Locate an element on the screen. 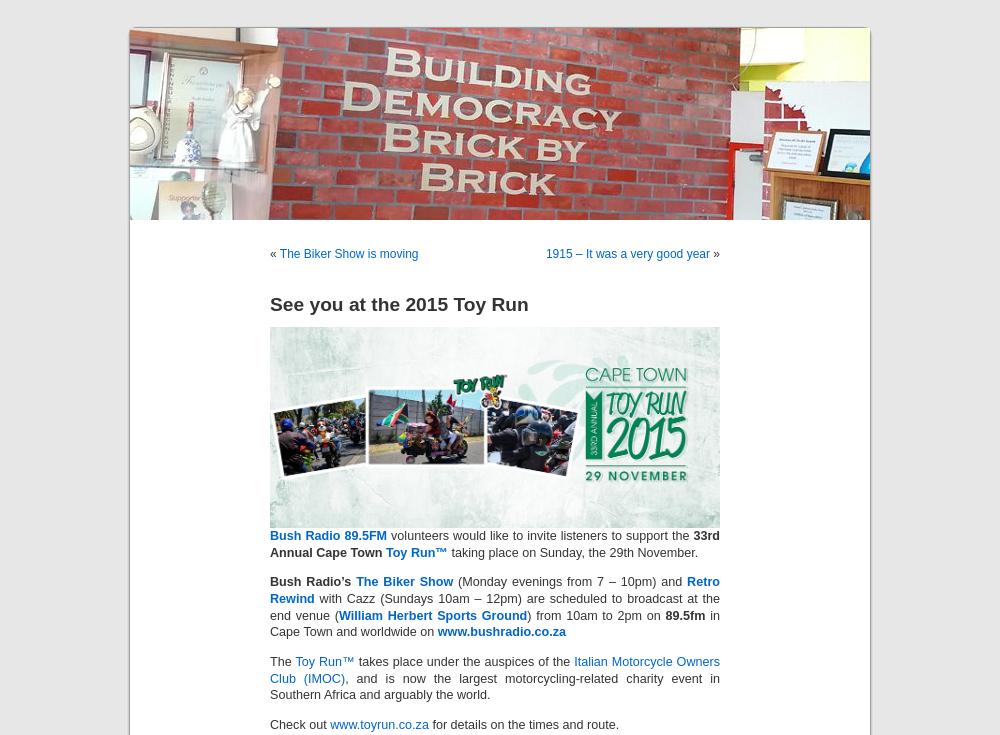  'in Cape Town and worldwide on' is located at coordinates (494, 623).